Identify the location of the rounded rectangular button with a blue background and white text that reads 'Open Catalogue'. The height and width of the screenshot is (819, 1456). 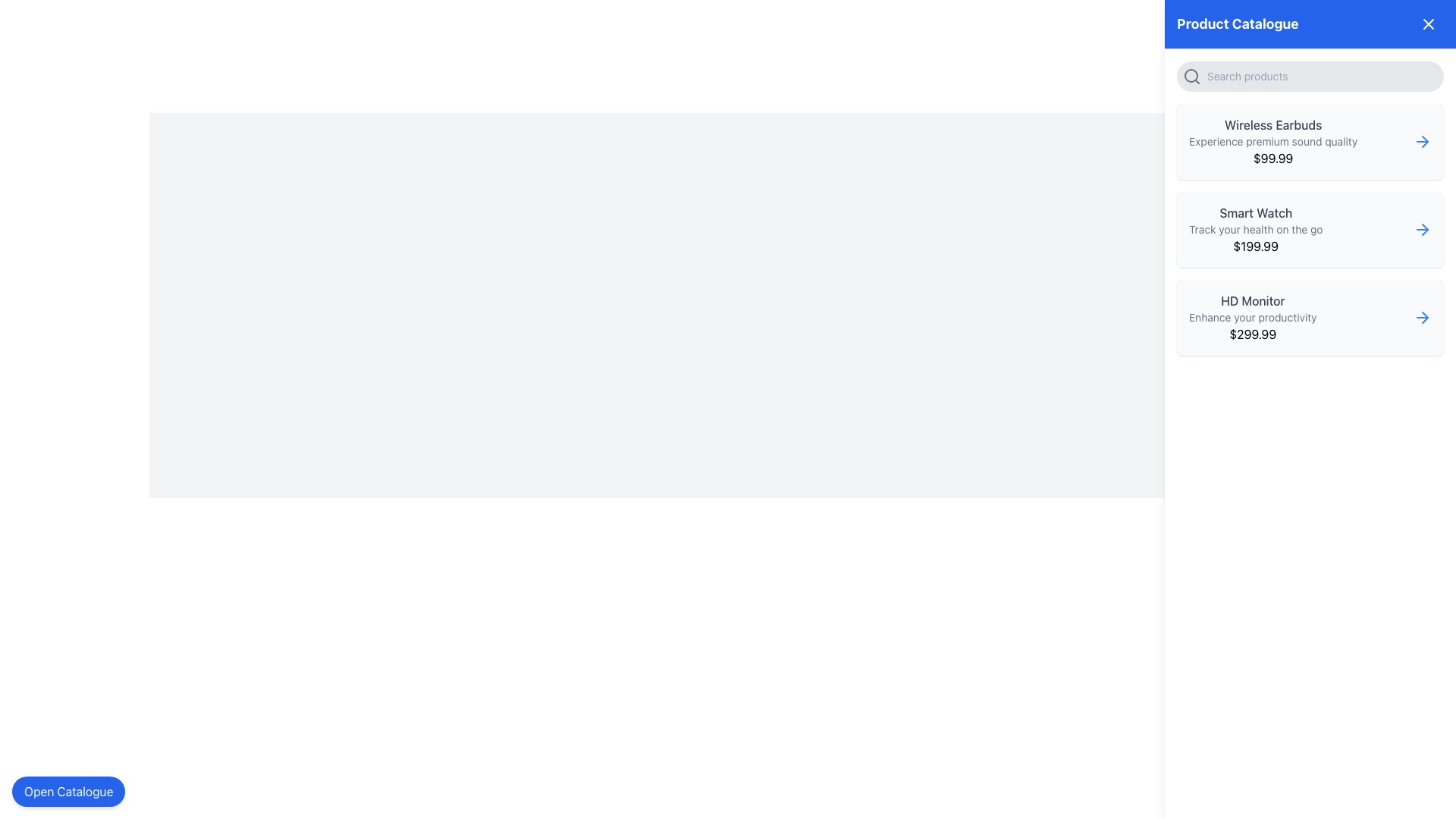
(67, 791).